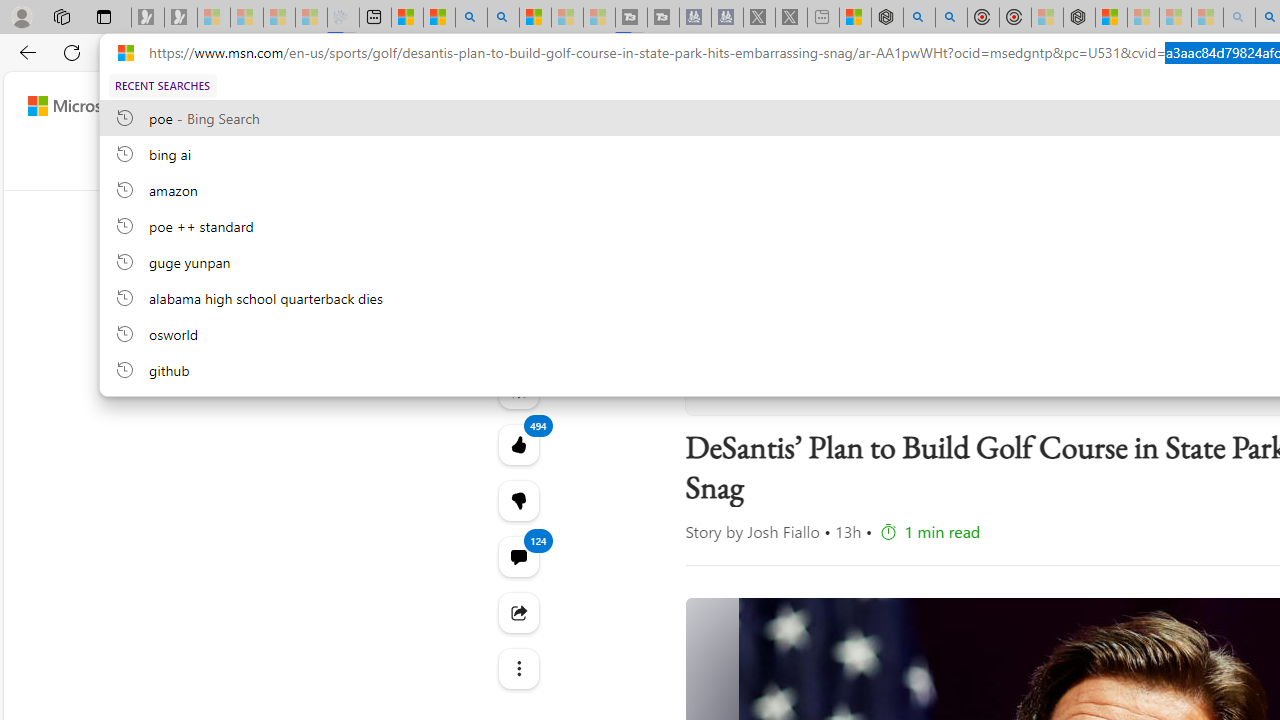 The image size is (1280, 720). Describe the element at coordinates (181, 17) in the screenshot. I see `'Newsletter Sign Up - Sleeping'` at that location.